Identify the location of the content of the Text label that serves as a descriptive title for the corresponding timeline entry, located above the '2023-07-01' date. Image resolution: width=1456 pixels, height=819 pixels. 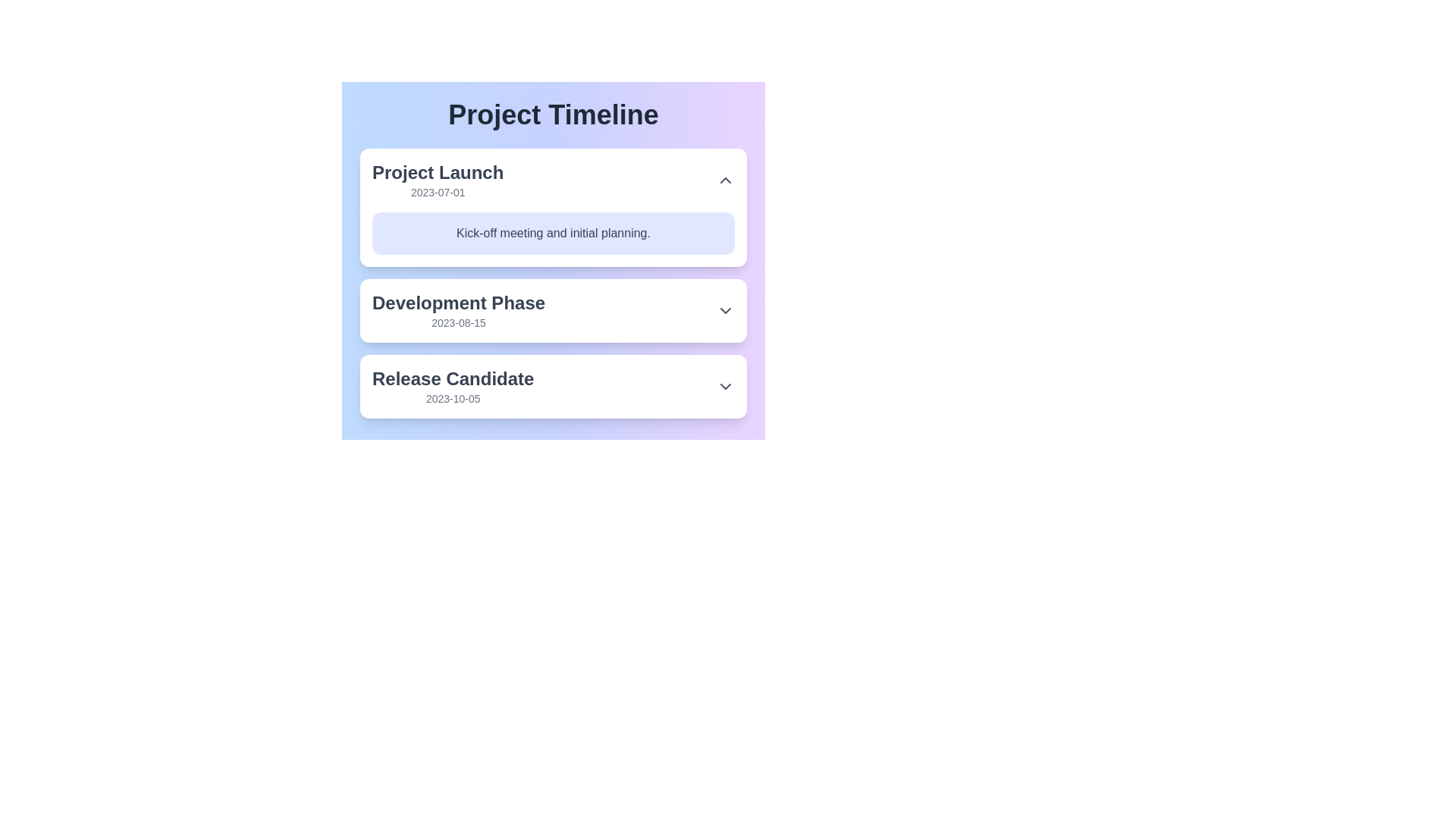
(437, 171).